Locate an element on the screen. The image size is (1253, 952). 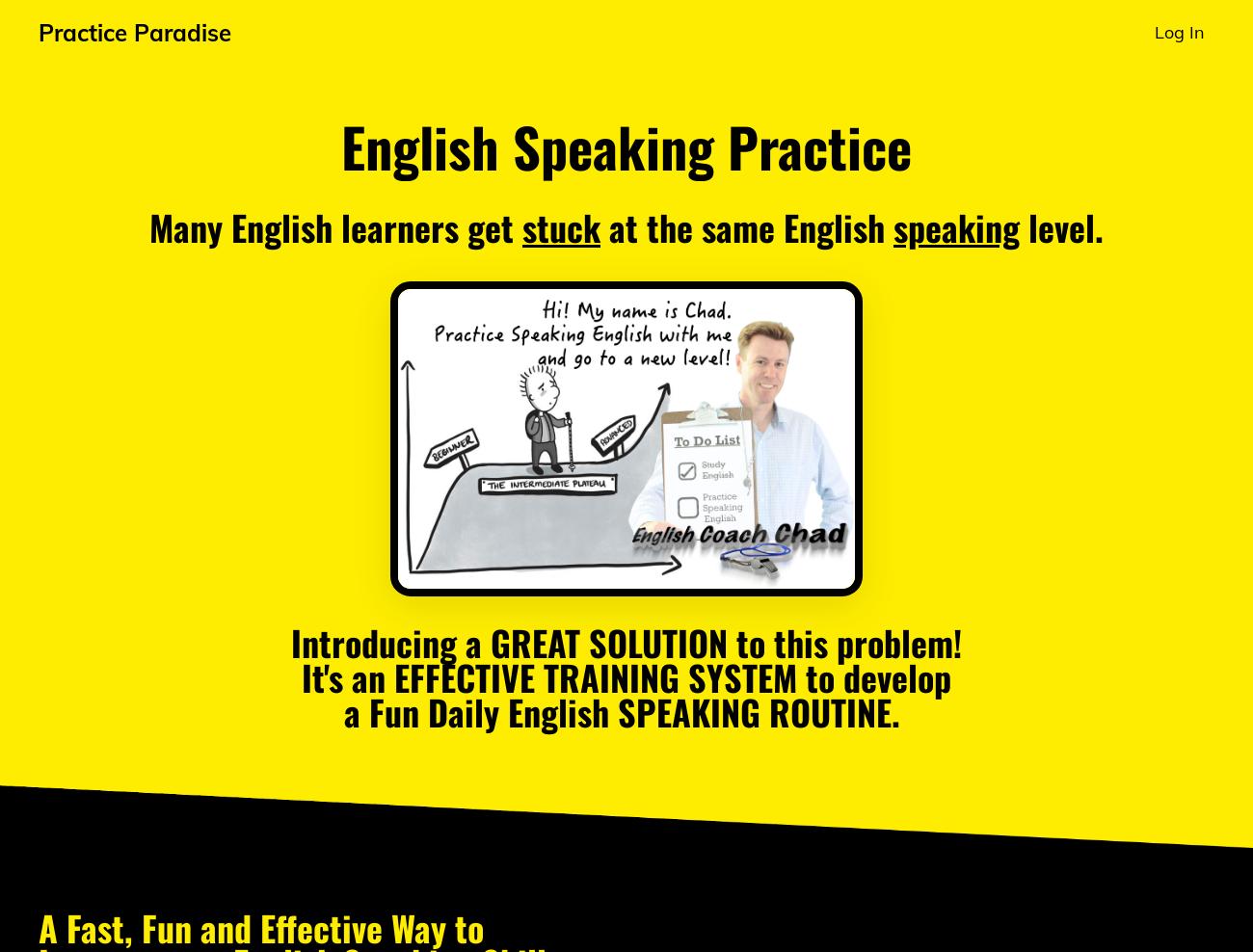
'speaking' is located at coordinates (955, 225).